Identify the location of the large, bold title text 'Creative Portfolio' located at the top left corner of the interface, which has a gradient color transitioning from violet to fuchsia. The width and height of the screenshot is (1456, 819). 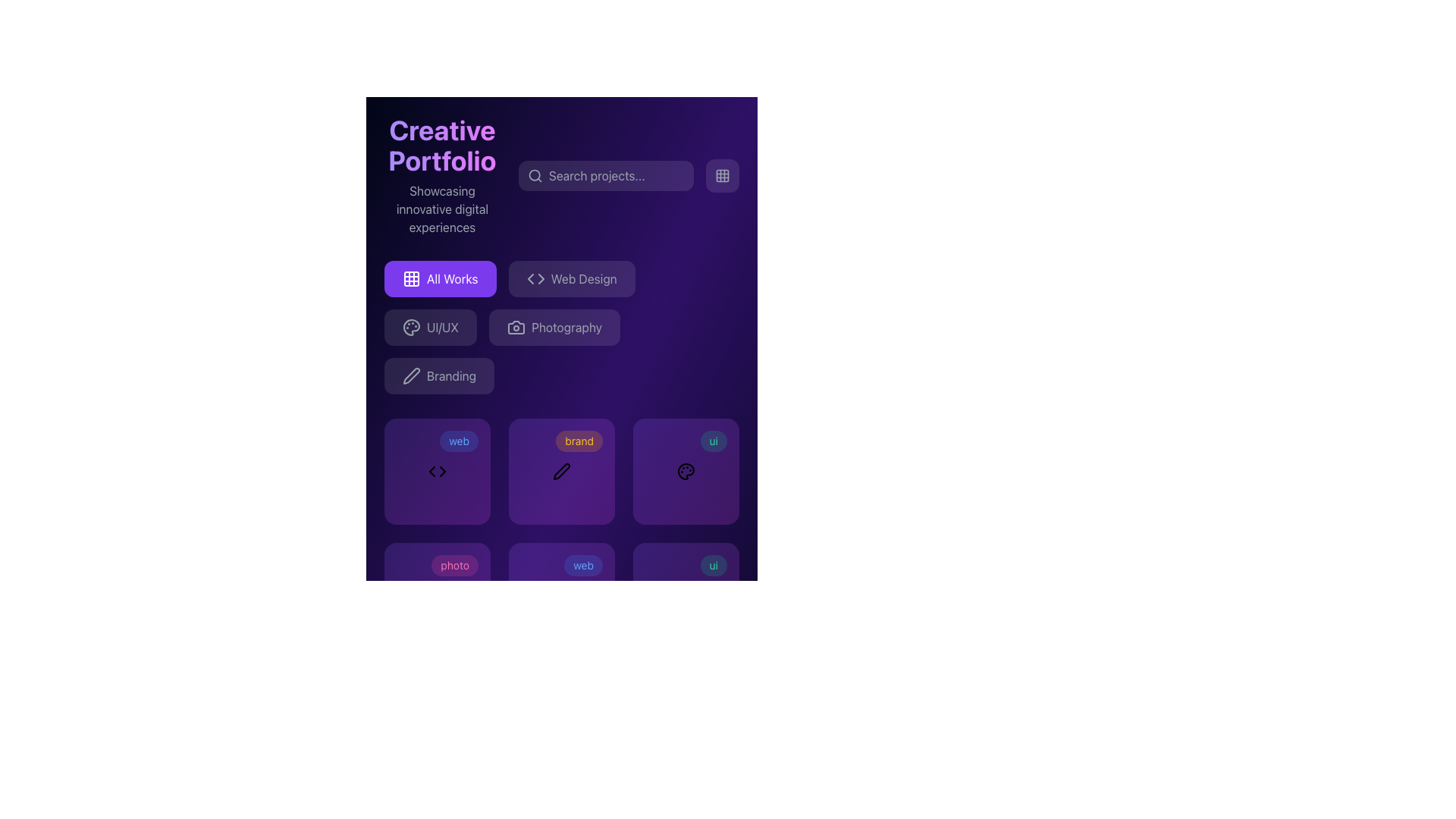
(441, 146).